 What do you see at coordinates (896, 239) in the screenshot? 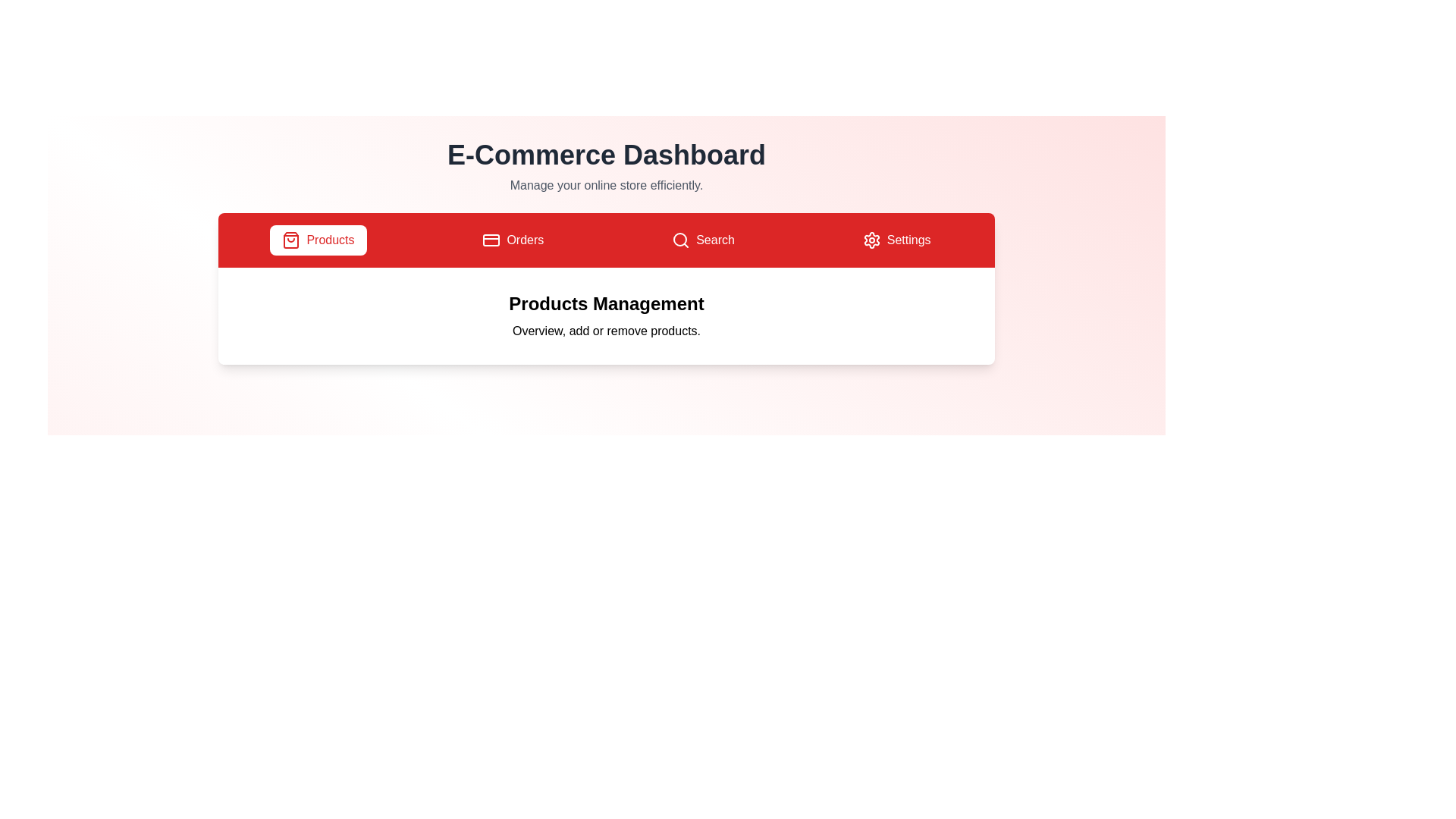
I see `the red 'Settings' button with a settings icon on the far right of the navigation bar` at bounding box center [896, 239].